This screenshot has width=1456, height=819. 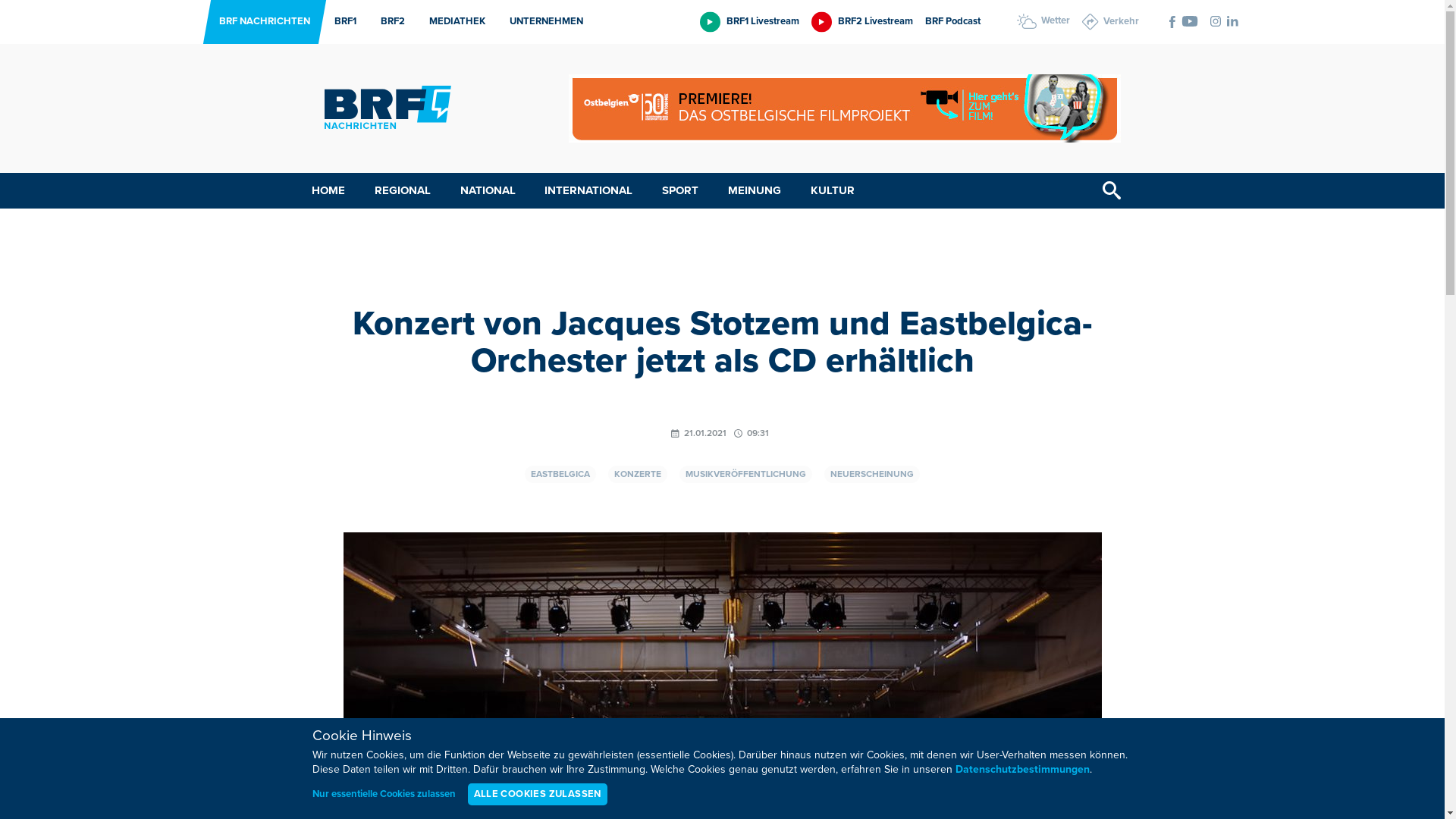 What do you see at coordinates (1022, 769) in the screenshot?
I see `'Datenschutzbestimmungen'` at bounding box center [1022, 769].